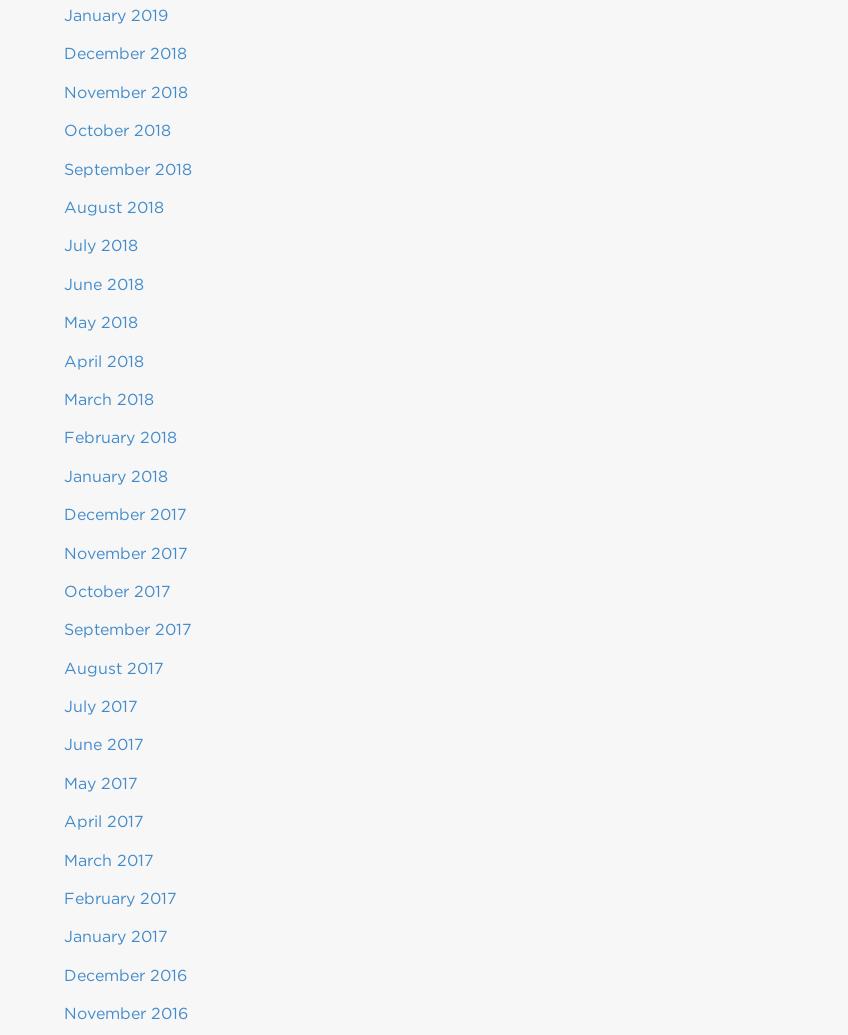 This screenshot has height=1035, width=848. What do you see at coordinates (64, 705) in the screenshot?
I see `'July 2017'` at bounding box center [64, 705].